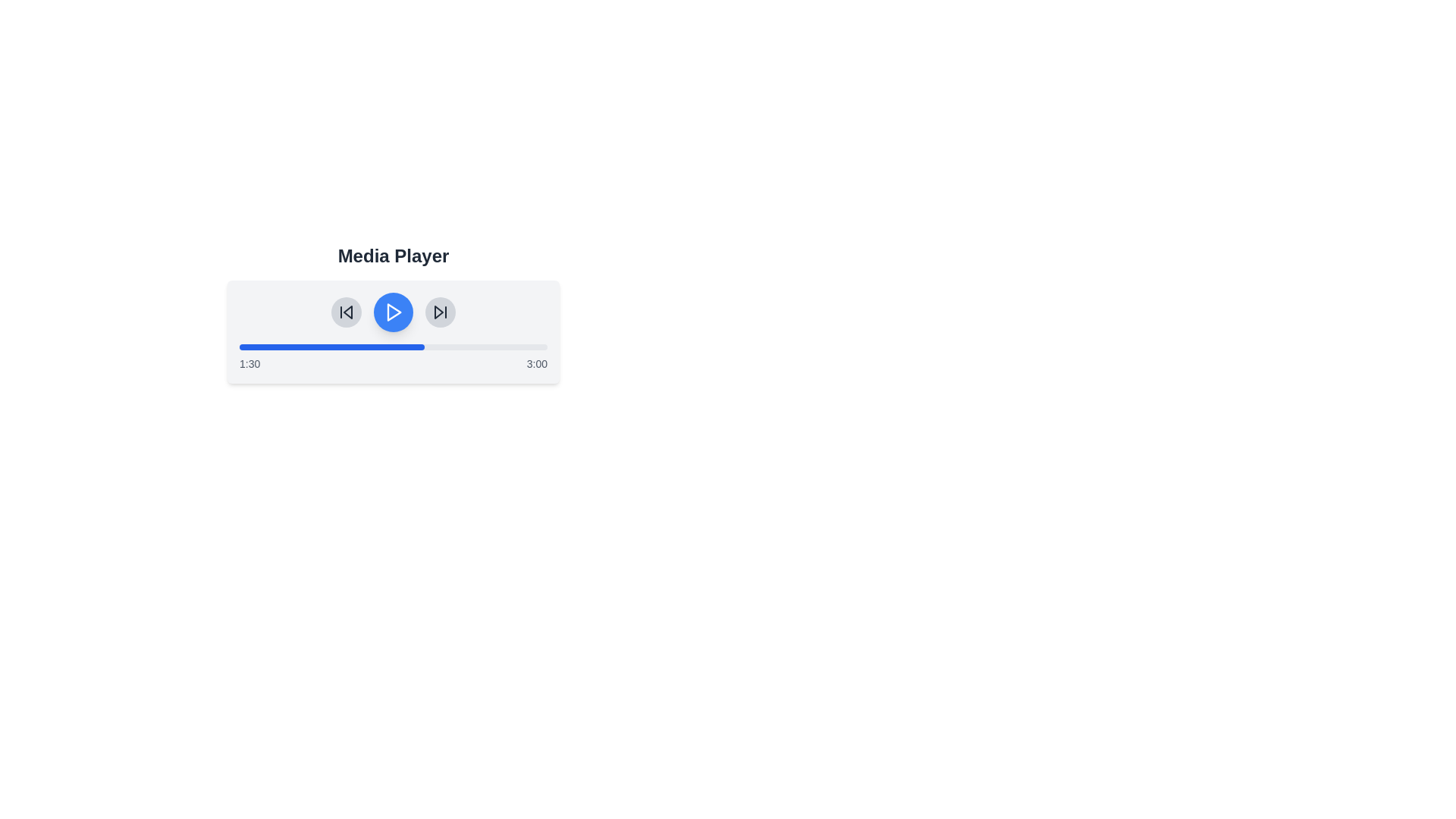 Image resolution: width=1456 pixels, height=819 pixels. I want to click on displayed value '3:00' from the text display located on the right side of the progress bar, so click(537, 363).